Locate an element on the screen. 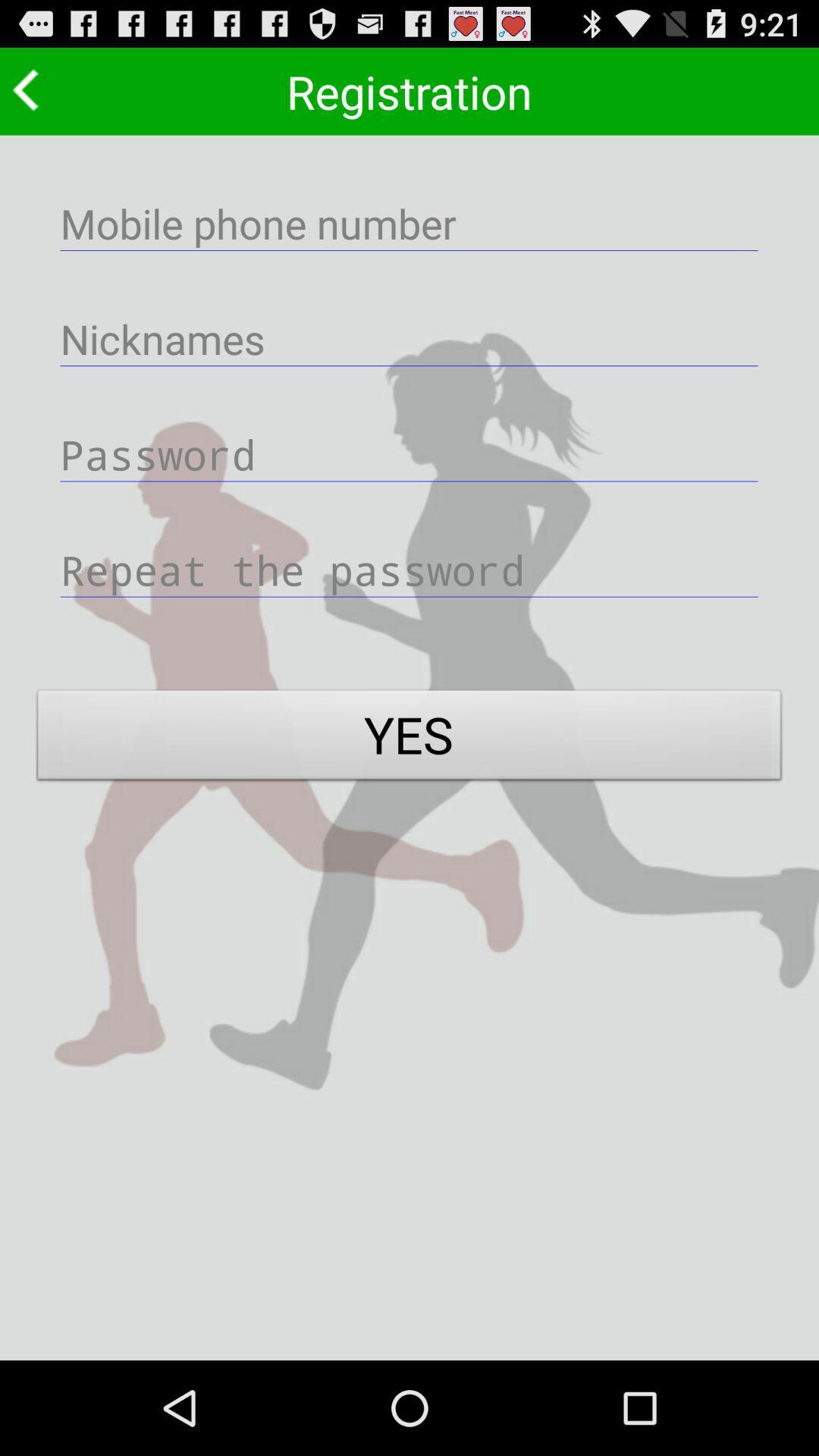 This screenshot has width=819, height=1456. the arrow_backward icon is located at coordinates (30, 95).